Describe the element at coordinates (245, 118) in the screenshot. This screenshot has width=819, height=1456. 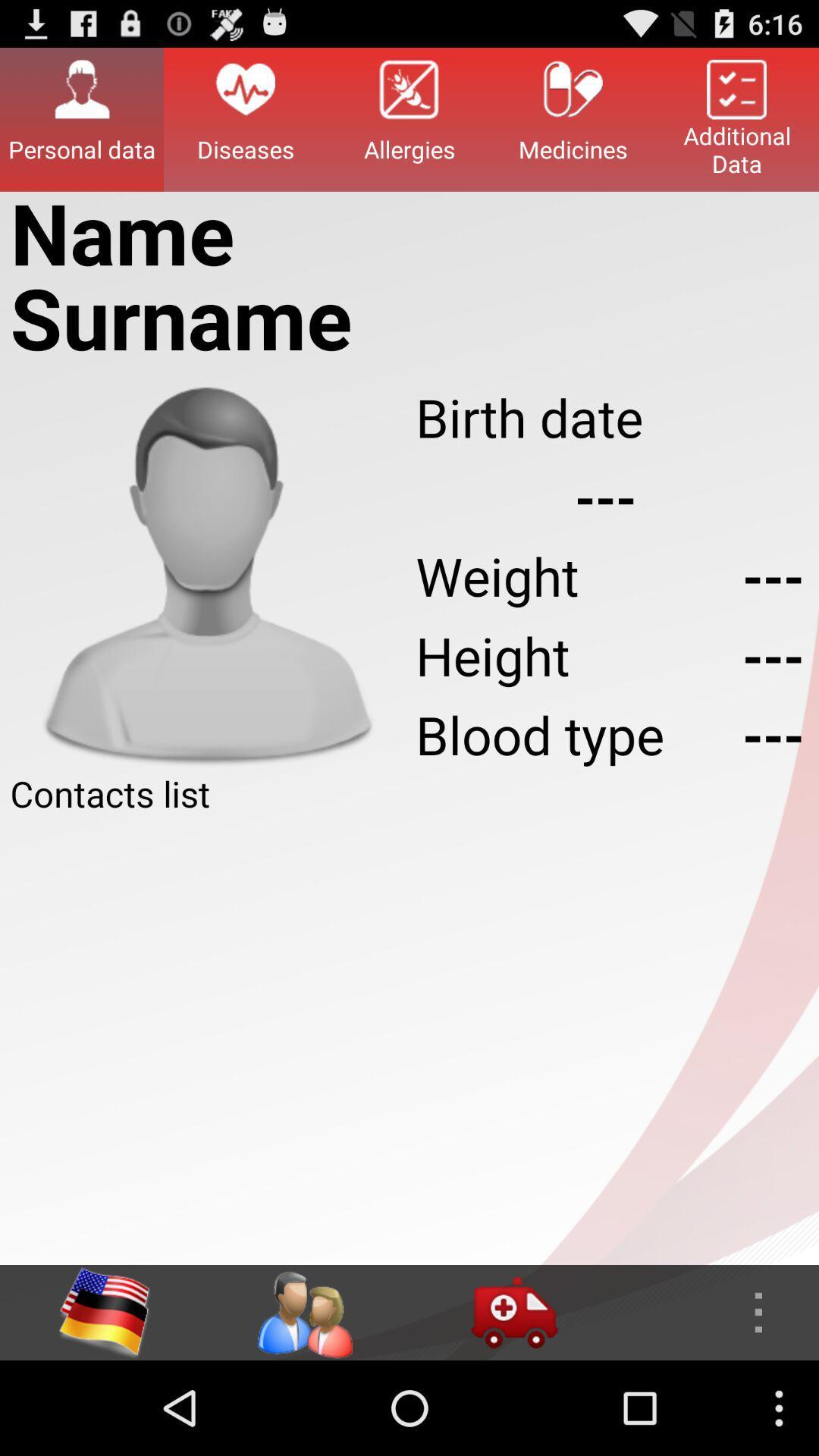
I see `diseases` at that location.